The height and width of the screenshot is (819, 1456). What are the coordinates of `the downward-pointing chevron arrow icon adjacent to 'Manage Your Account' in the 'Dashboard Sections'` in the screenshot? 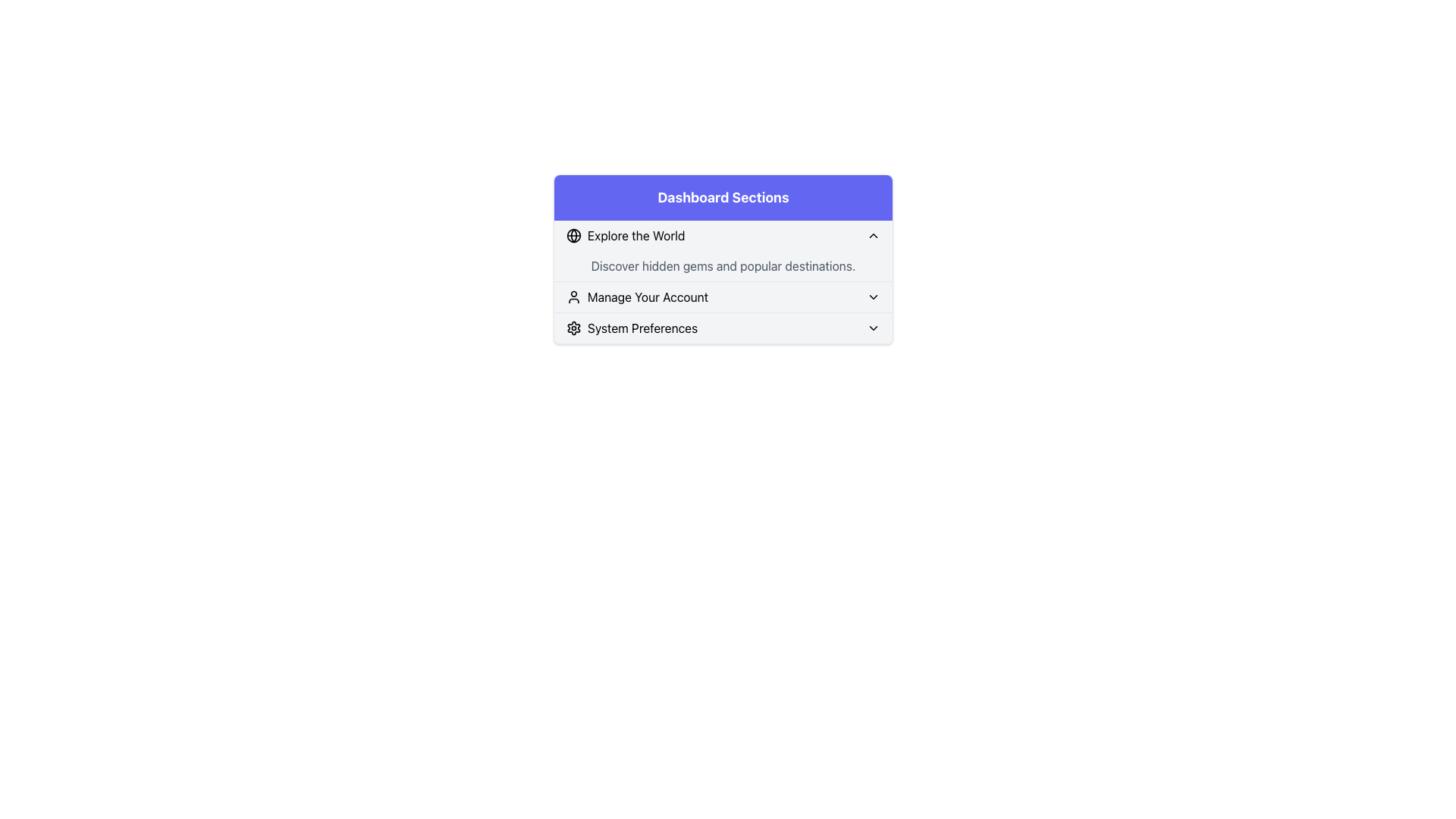 It's located at (874, 297).